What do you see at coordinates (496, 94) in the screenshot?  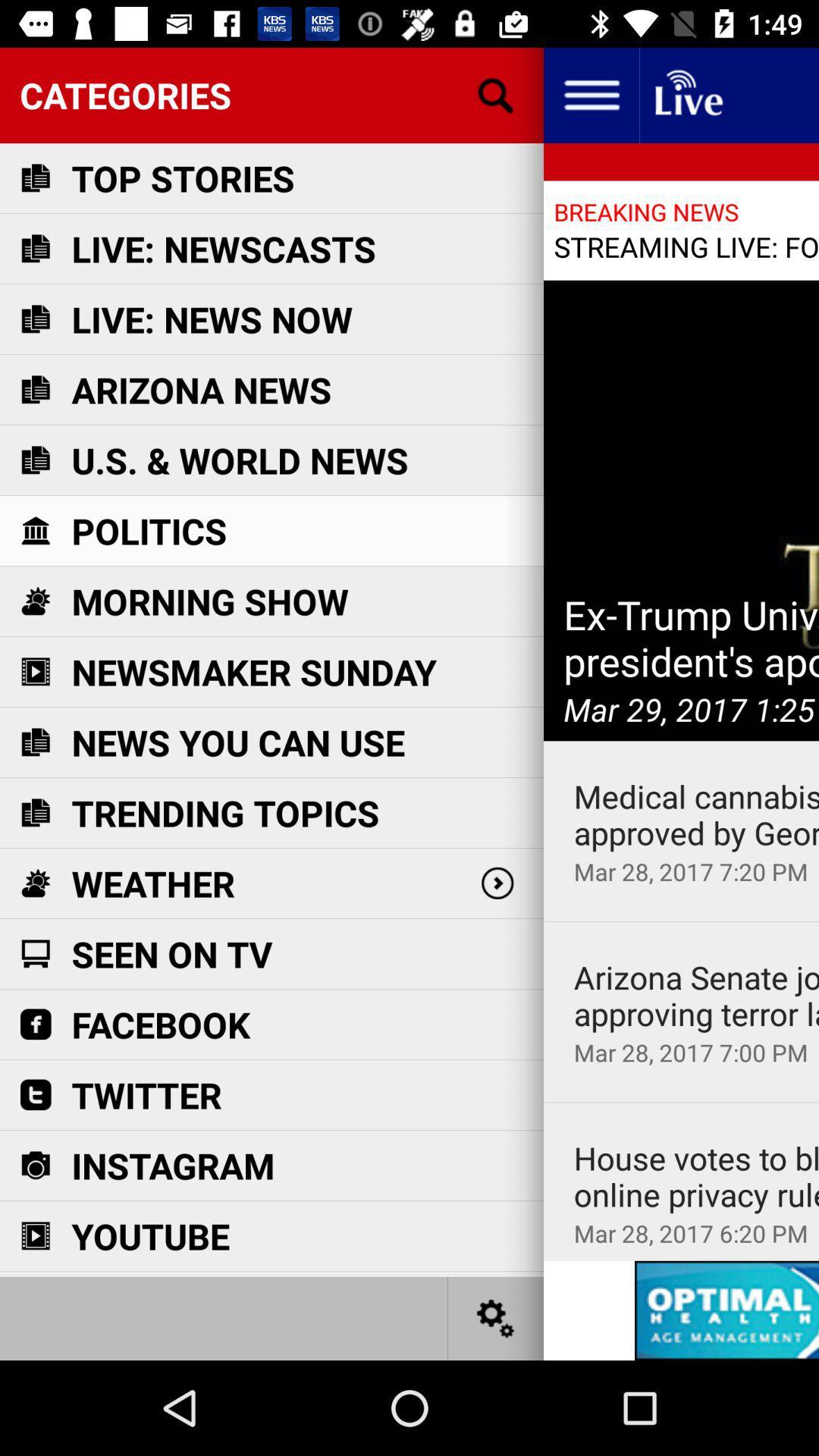 I see `the search icon` at bounding box center [496, 94].